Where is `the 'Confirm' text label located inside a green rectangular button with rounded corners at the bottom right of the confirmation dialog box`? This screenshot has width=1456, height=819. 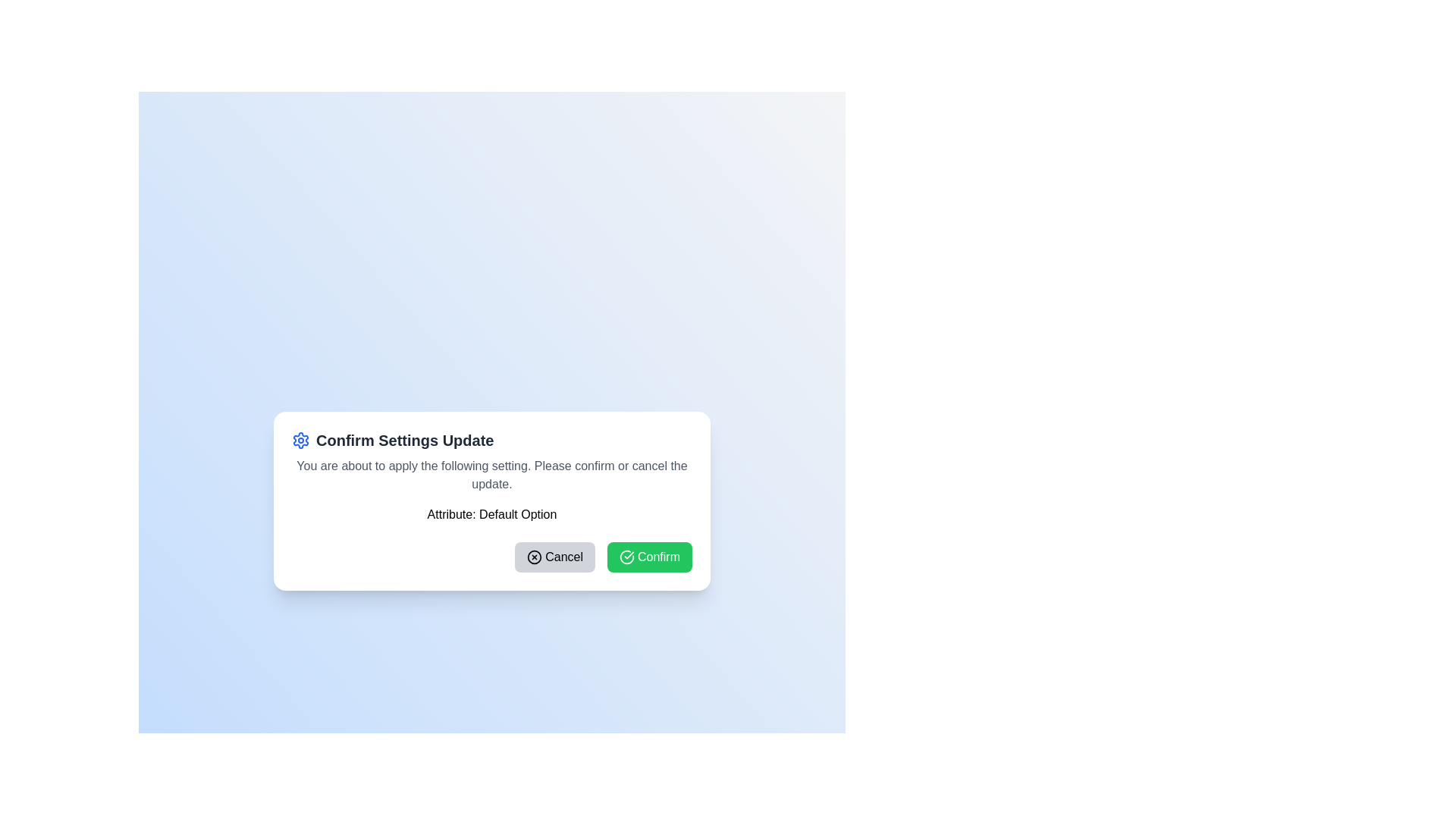 the 'Confirm' text label located inside a green rectangular button with rounded corners at the bottom right of the confirmation dialog box is located at coordinates (658, 557).